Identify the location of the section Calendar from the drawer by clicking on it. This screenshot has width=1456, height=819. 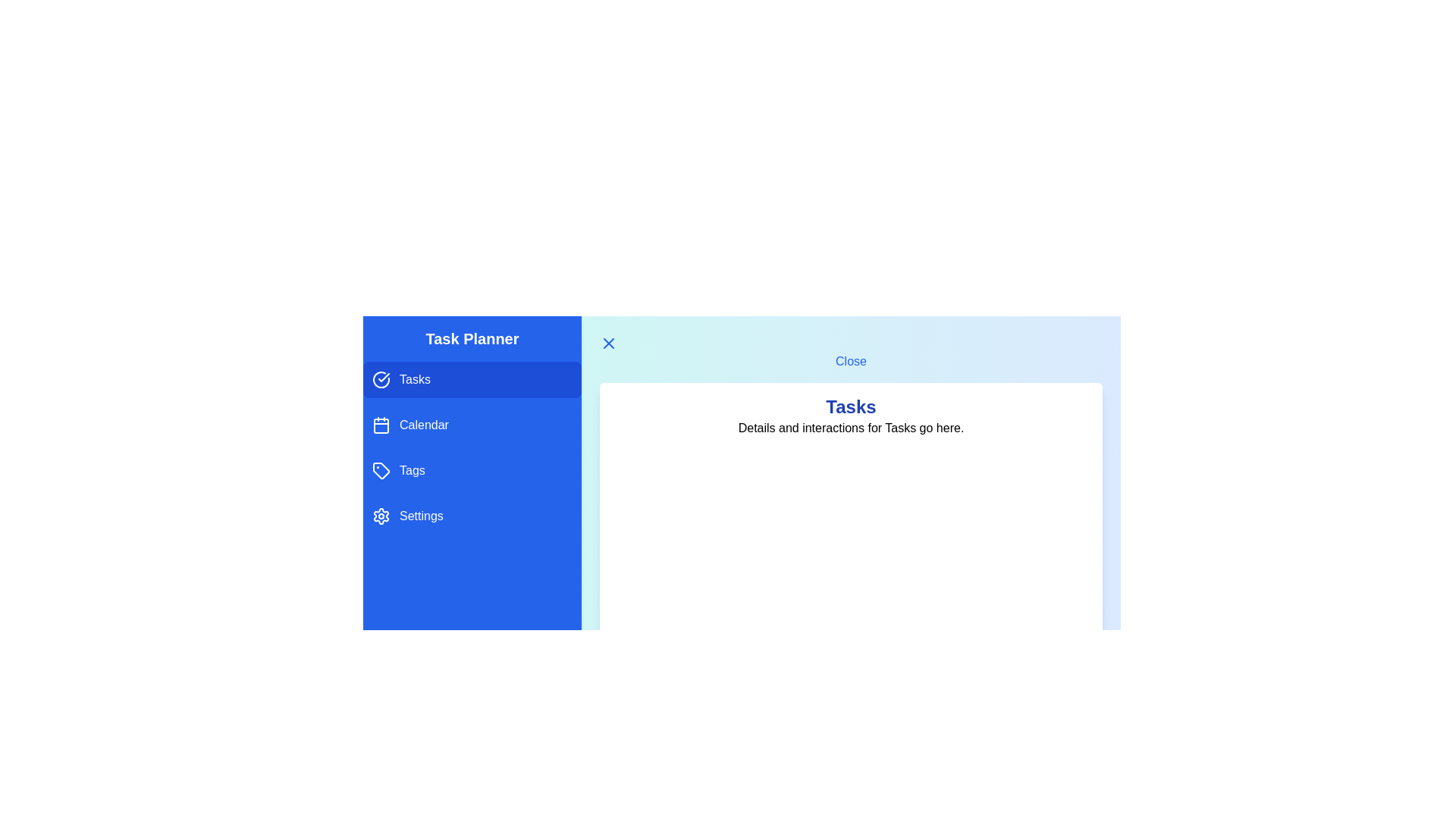
(472, 425).